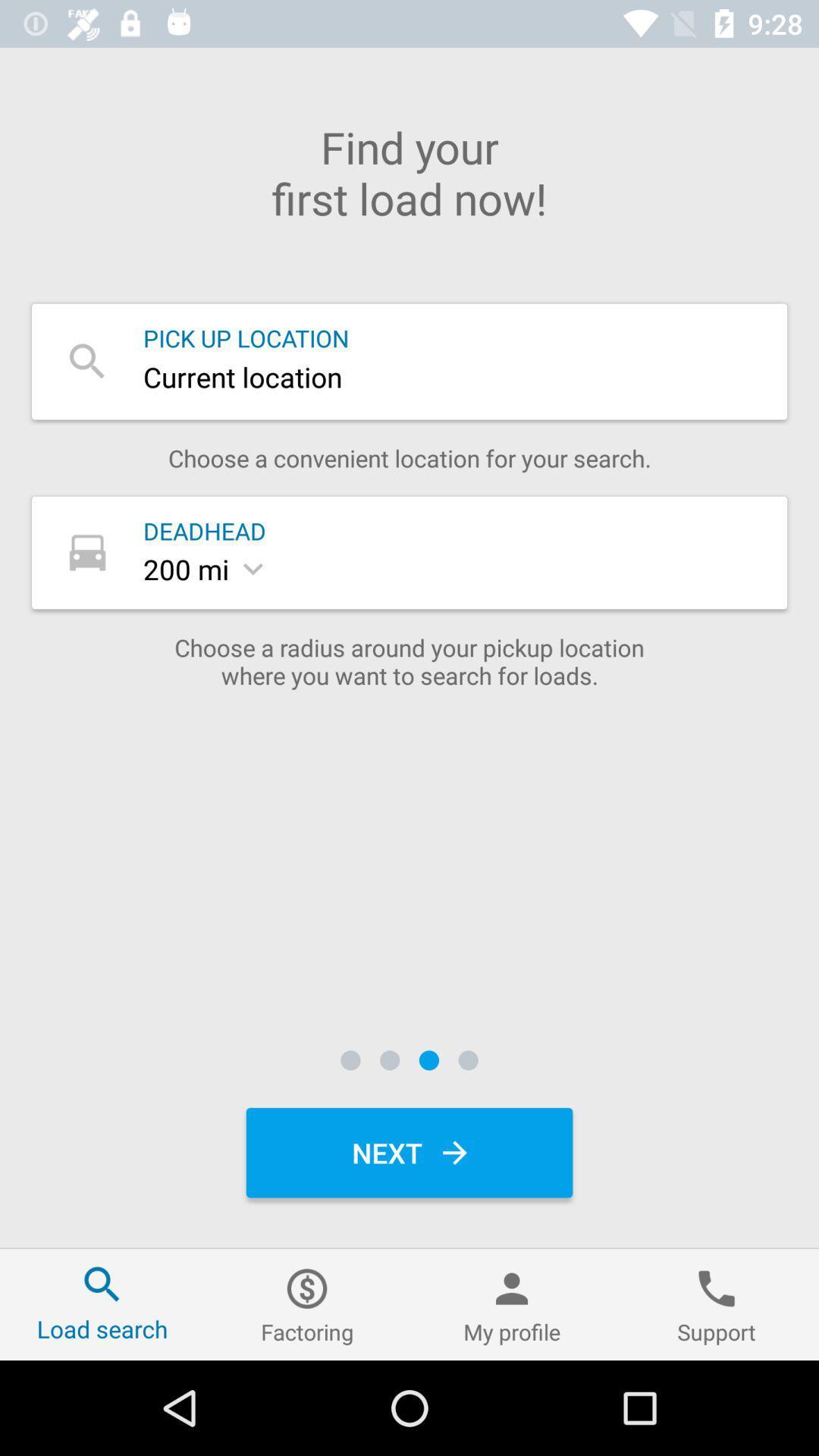  I want to click on item to the left of the factoring, so click(102, 1304).